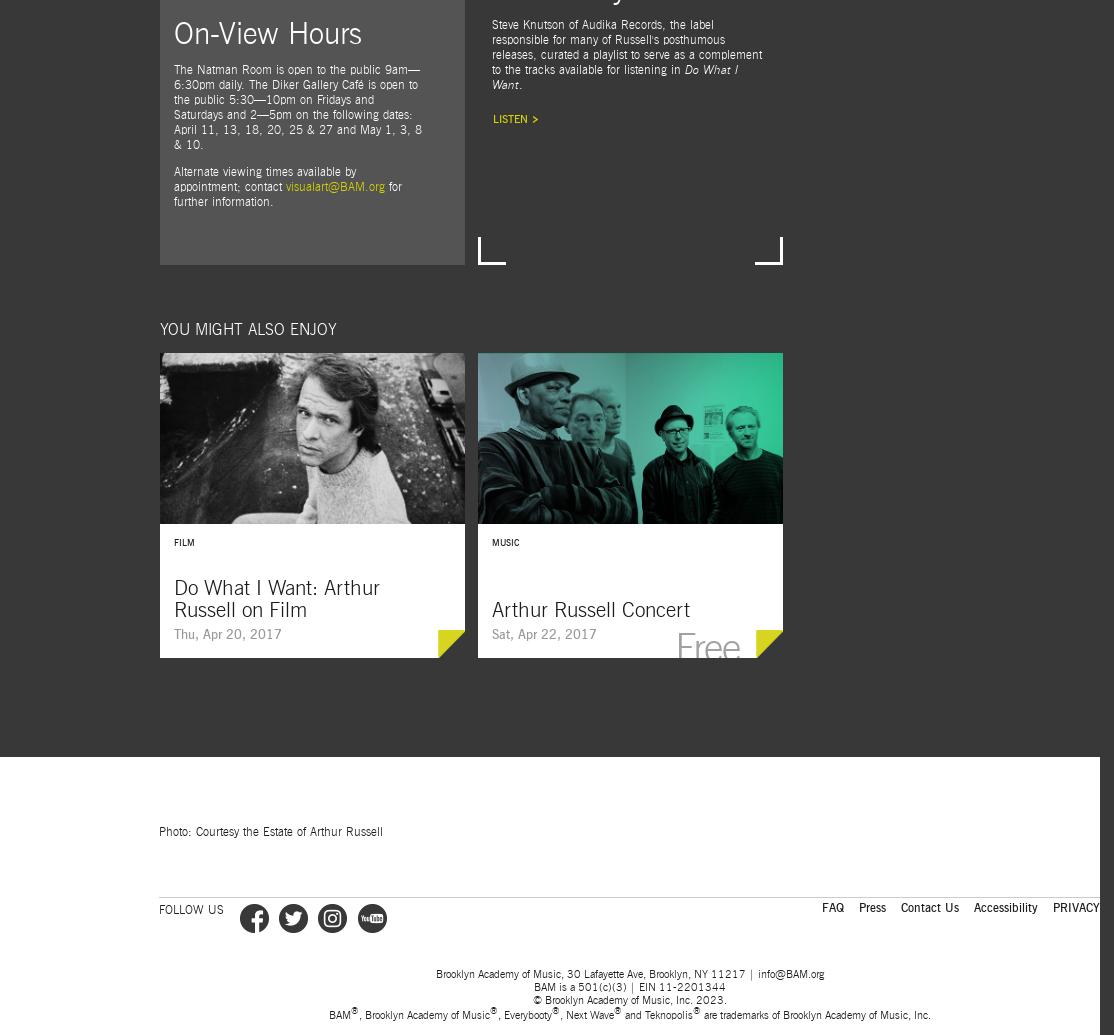 This screenshot has height=1035, width=1114. Describe the element at coordinates (158, 329) in the screenshot. I see `'YOU MIGHT ALSO ENJOY'` at that location.